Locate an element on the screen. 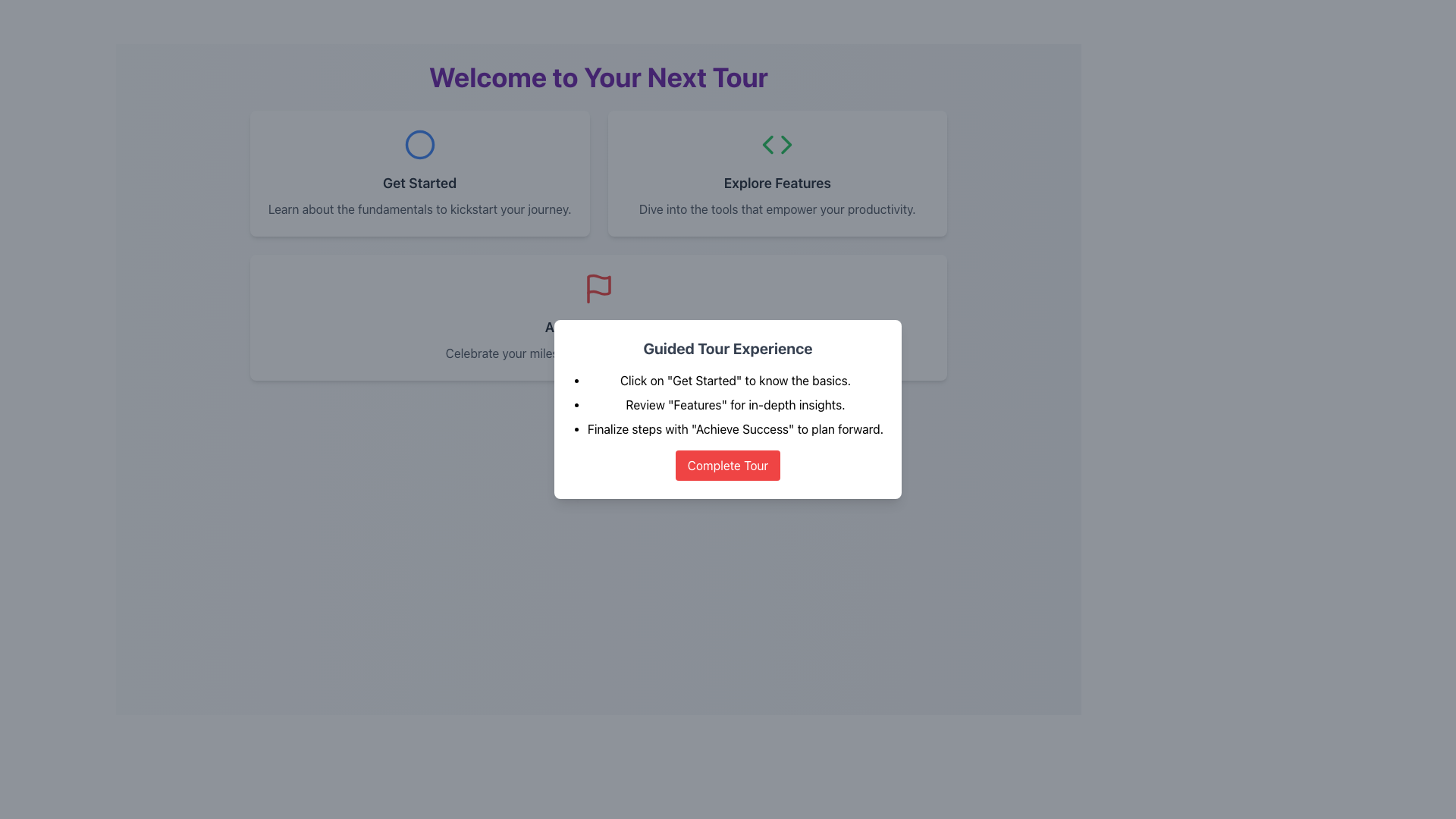 This screenshot has width=1456, height=819. the Information Card, which is the second item in a row of two boxes within a grid layout is located at coordinates (777, 172).